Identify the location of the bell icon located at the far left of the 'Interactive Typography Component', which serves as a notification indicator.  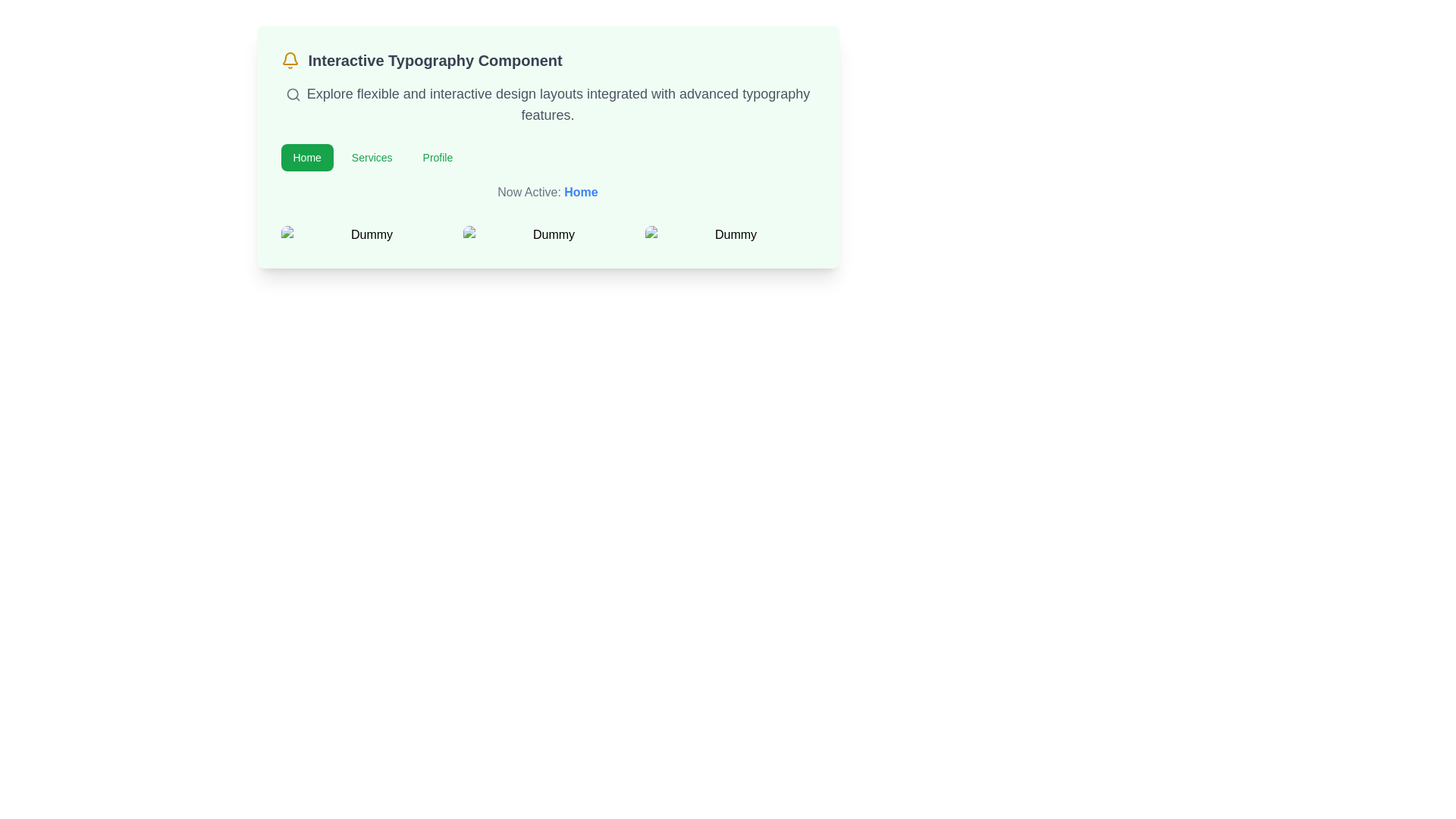
(290, 60).